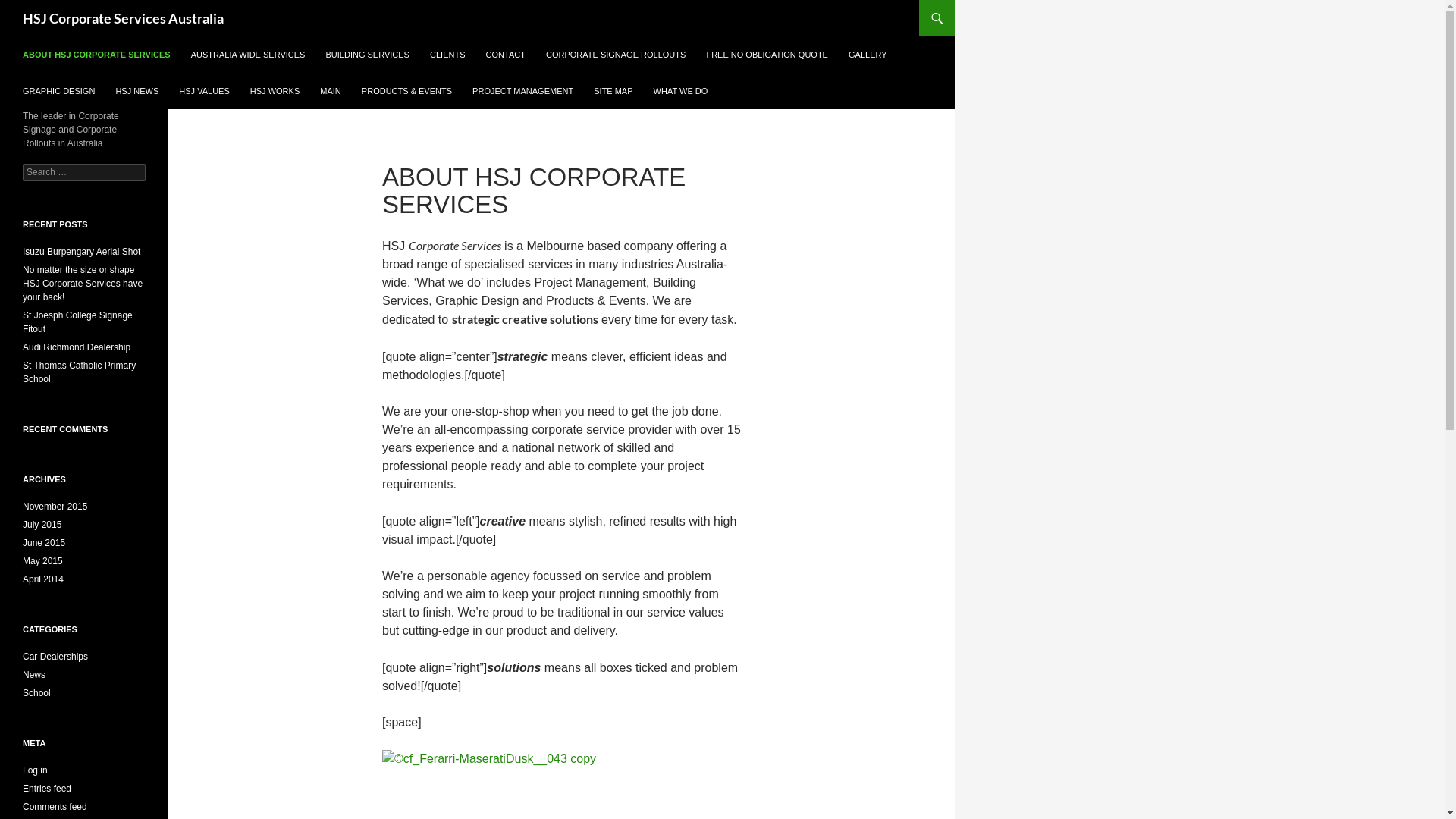 The height and width of the screenshot is (819, 1456). Describe the element at coordinates (868, 54) in the screenshot. I see `'GALLERY'` at that location.